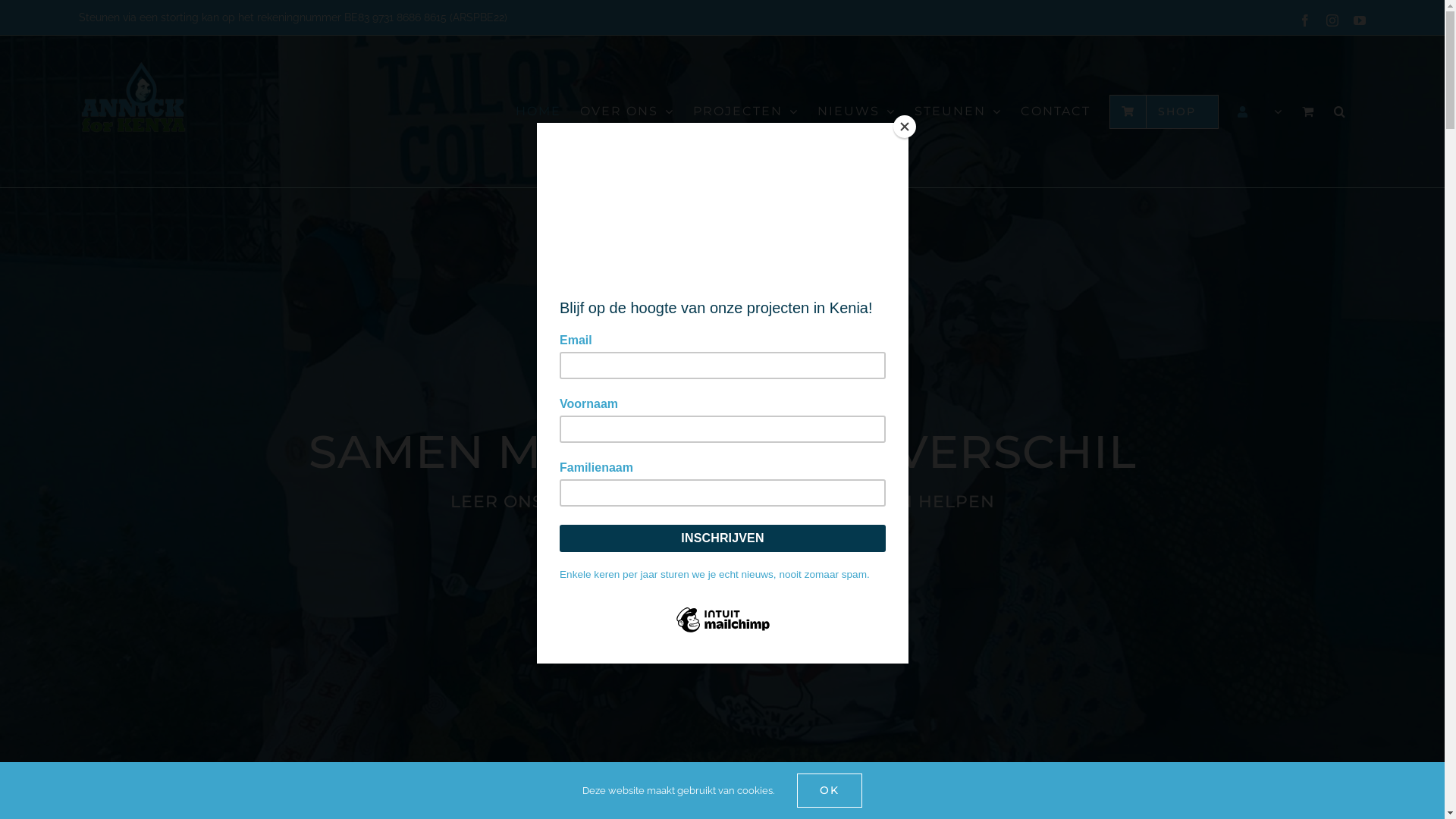 The width and height of the screenshot is (1456, 819). What do you see at coordinates (856, 110) in the screenshot?
I see `'NIEUWS'` at bounding box center [856, 110].